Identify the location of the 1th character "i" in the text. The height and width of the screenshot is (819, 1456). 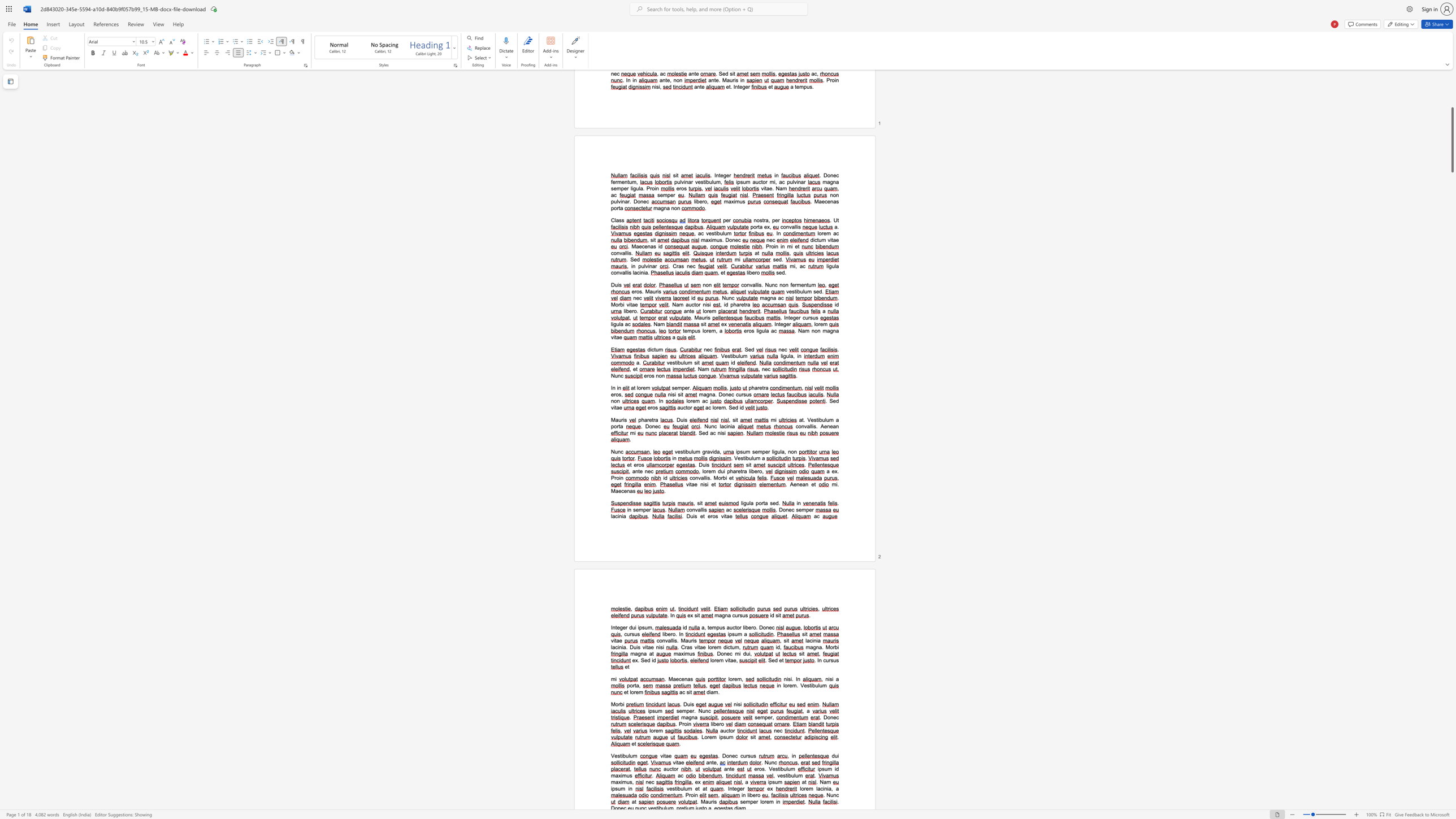
(837, 484).